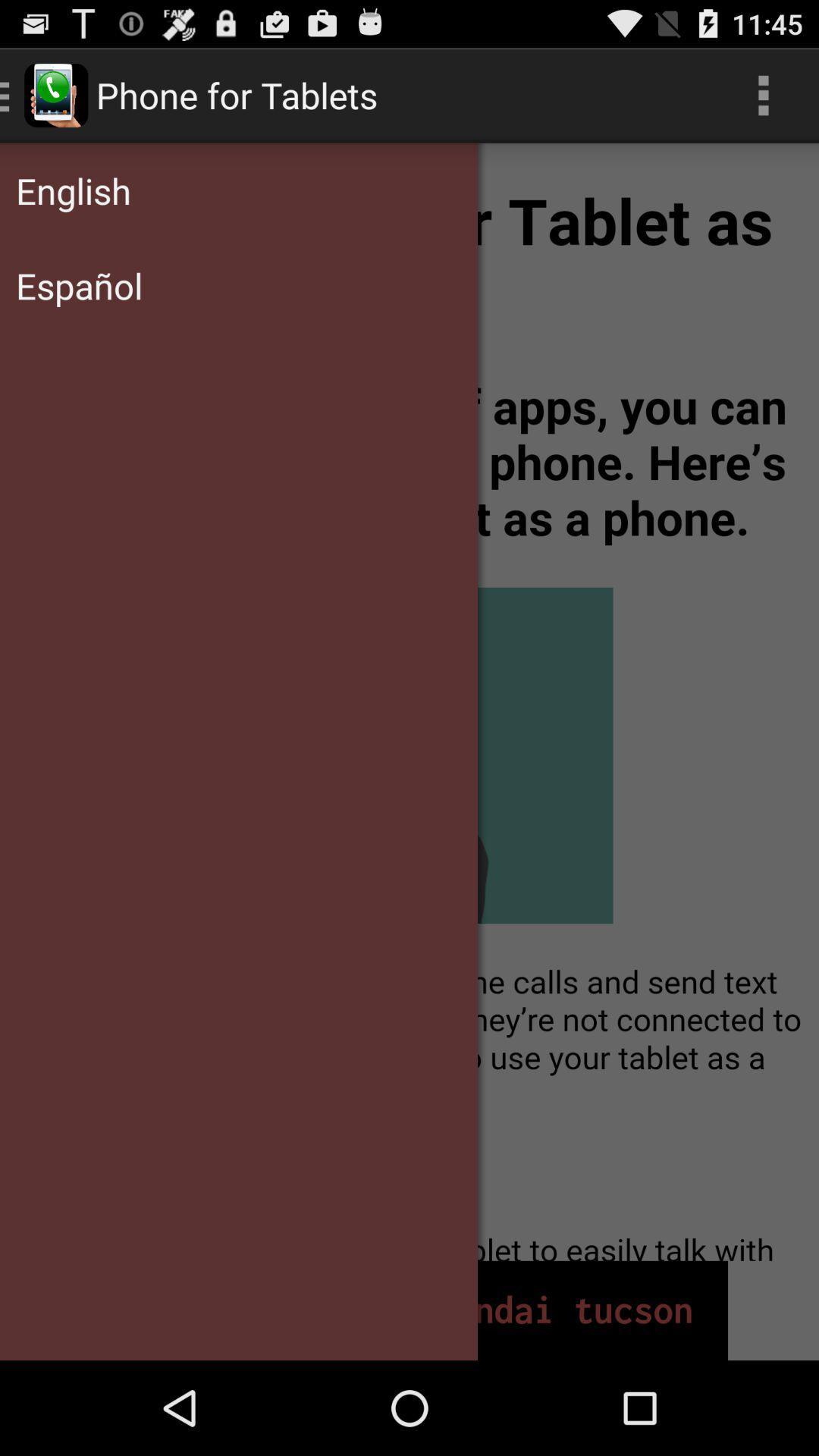  I want to click on main content window, so click(409, 701).